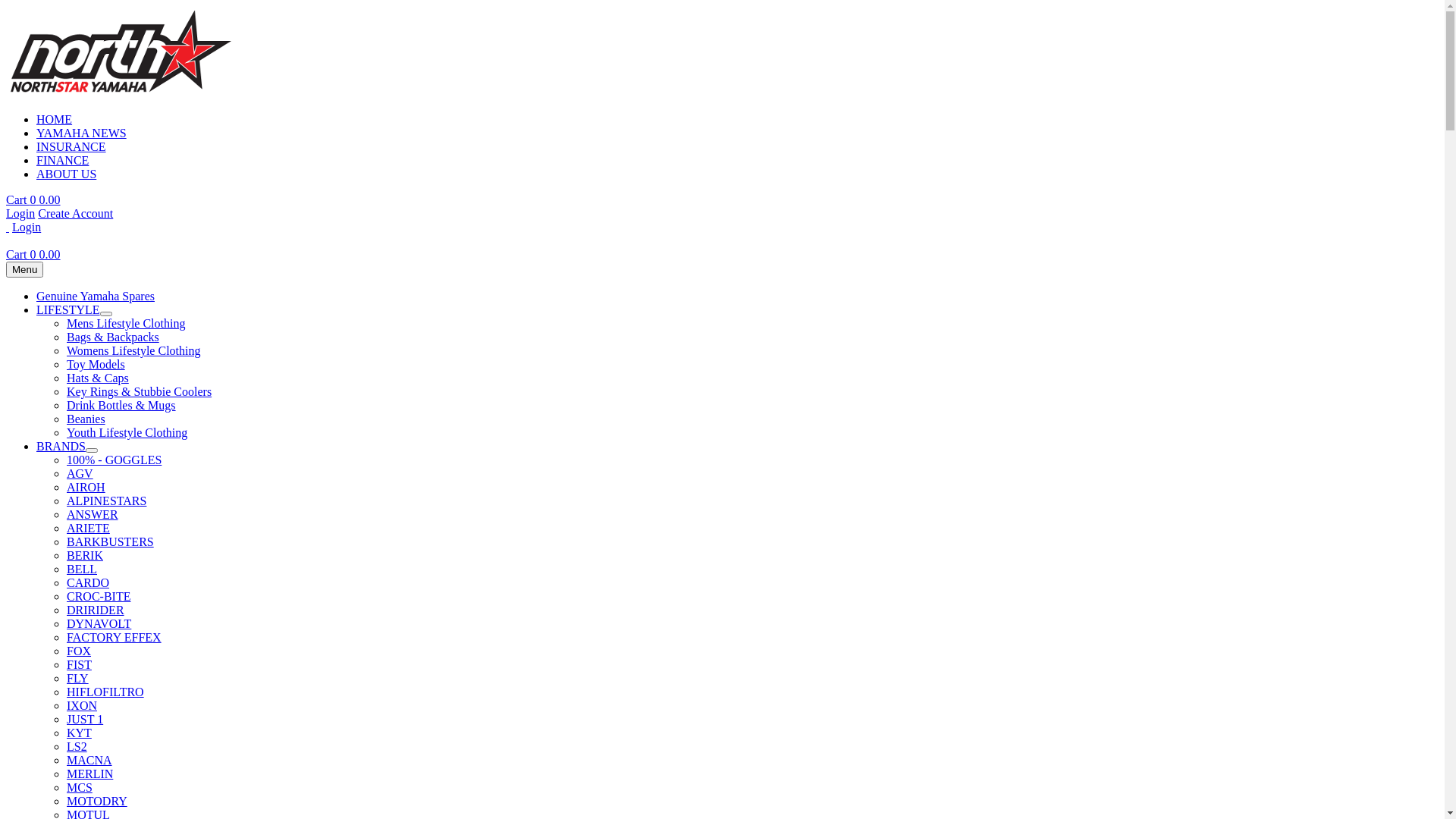 Image resolution: width=1456 pixels, height=819 pixels. What do you see at coordinates (65, 391) in the screenshot?
I see `'Key Rings & Stubbie Coolers'` at bounding box center [65, 391].